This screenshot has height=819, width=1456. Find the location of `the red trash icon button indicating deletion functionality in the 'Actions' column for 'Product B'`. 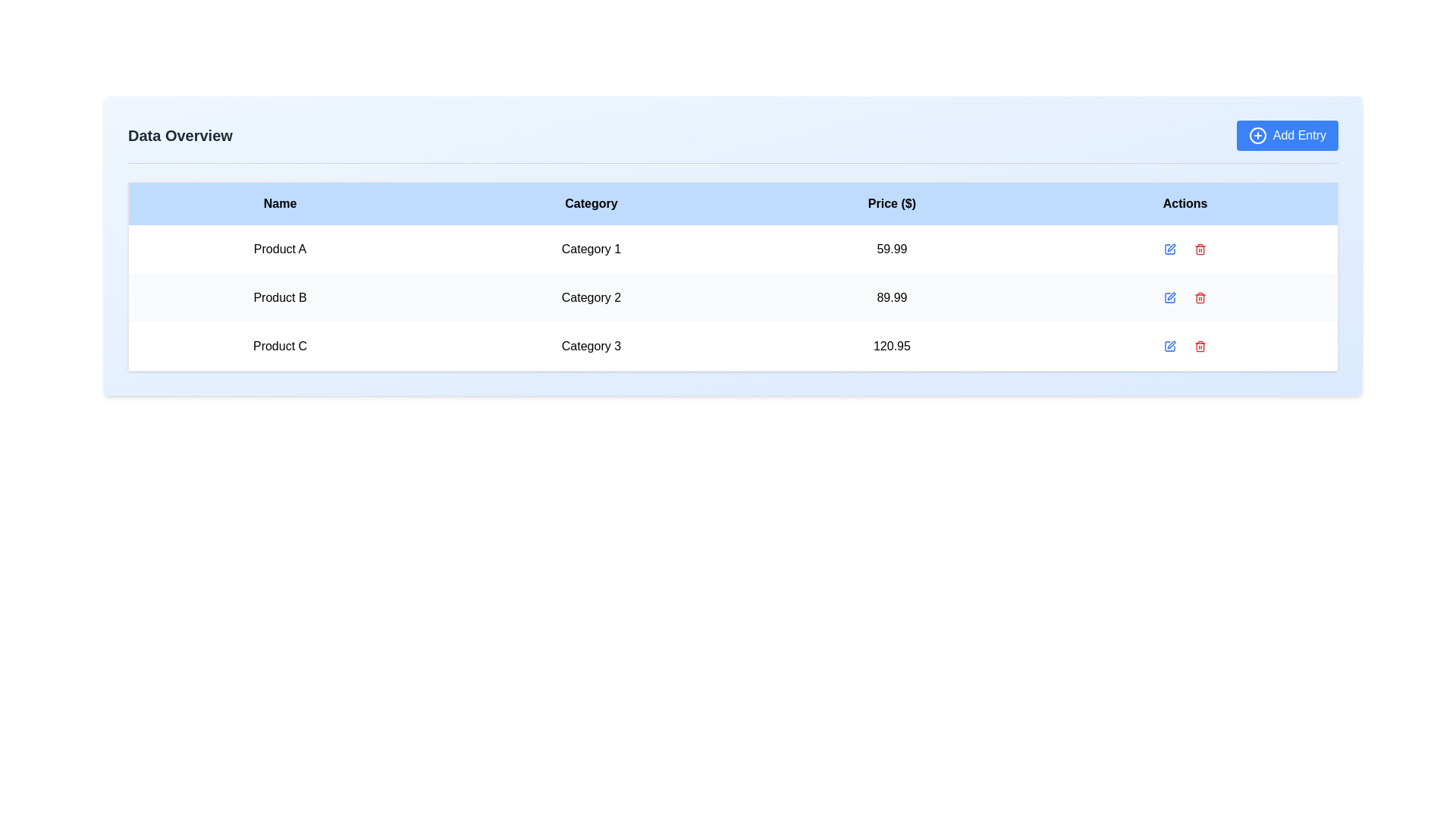

the red trash icon button indicating deletion functionality in the 'Actions' column for 'Product B' is located at coordinates (1200, 248).